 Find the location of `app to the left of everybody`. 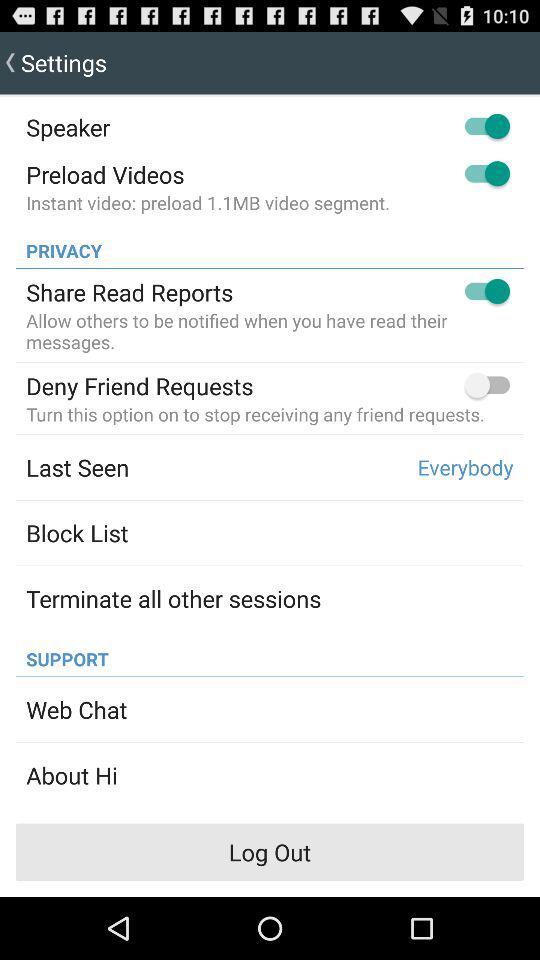

app to the left of everybody is located at coordinates (76, 467).